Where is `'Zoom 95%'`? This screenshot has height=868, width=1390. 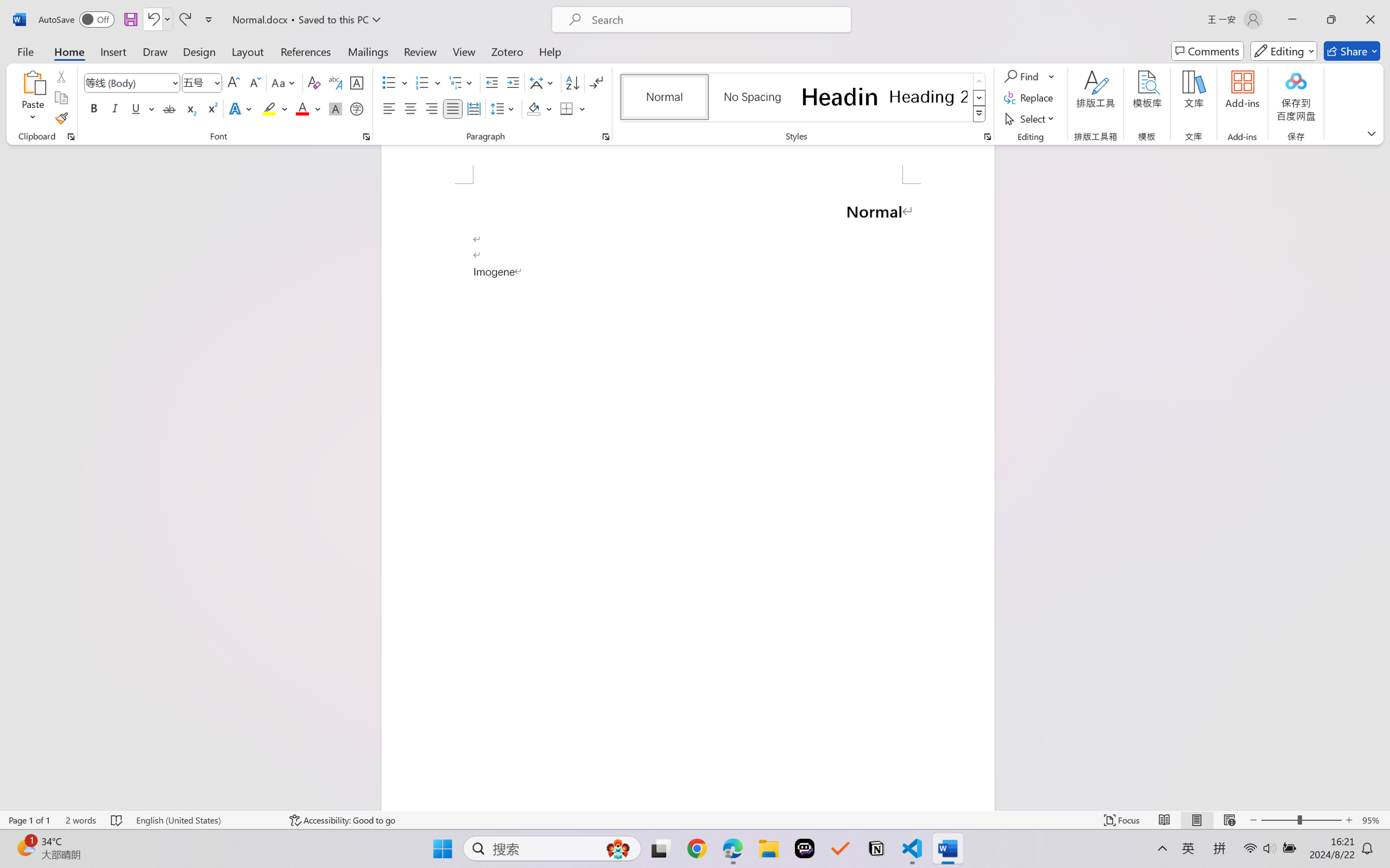
'Zoom 95%' is located at coordinates (1373, 820).